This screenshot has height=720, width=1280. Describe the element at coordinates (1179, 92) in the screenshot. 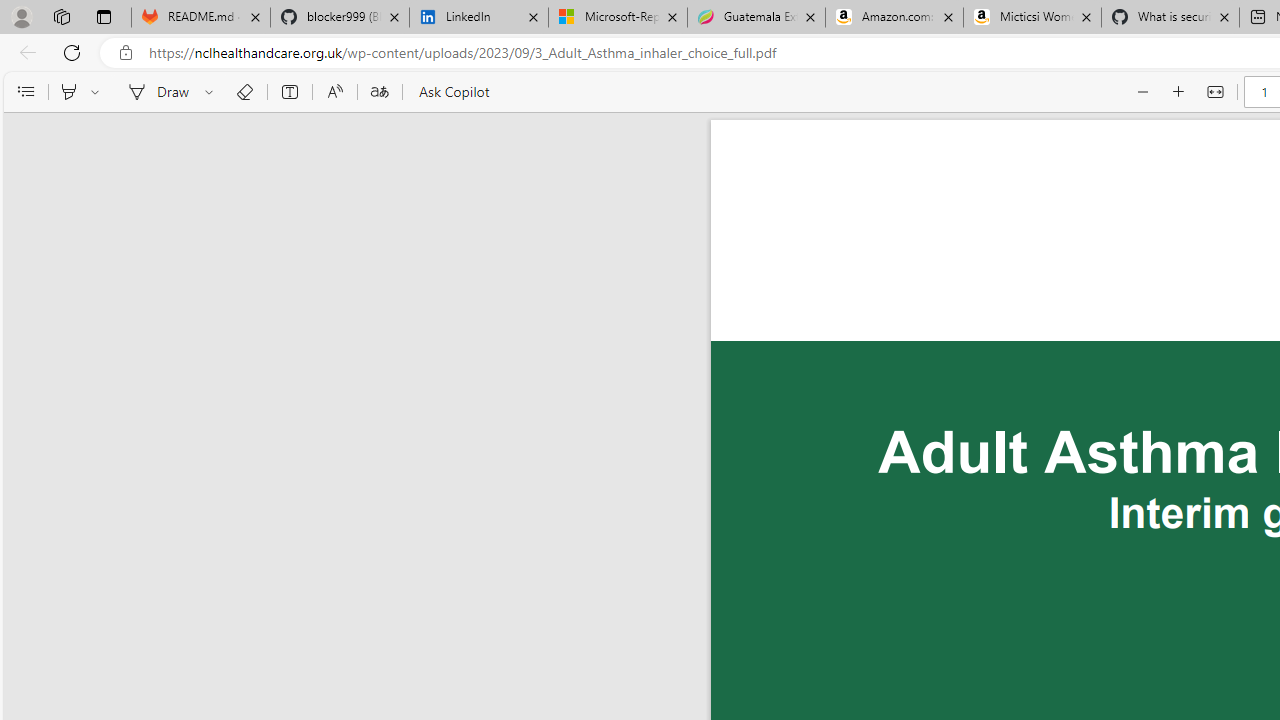

I see `'Zoom in (Ctrl+Plus key)'` at that location.